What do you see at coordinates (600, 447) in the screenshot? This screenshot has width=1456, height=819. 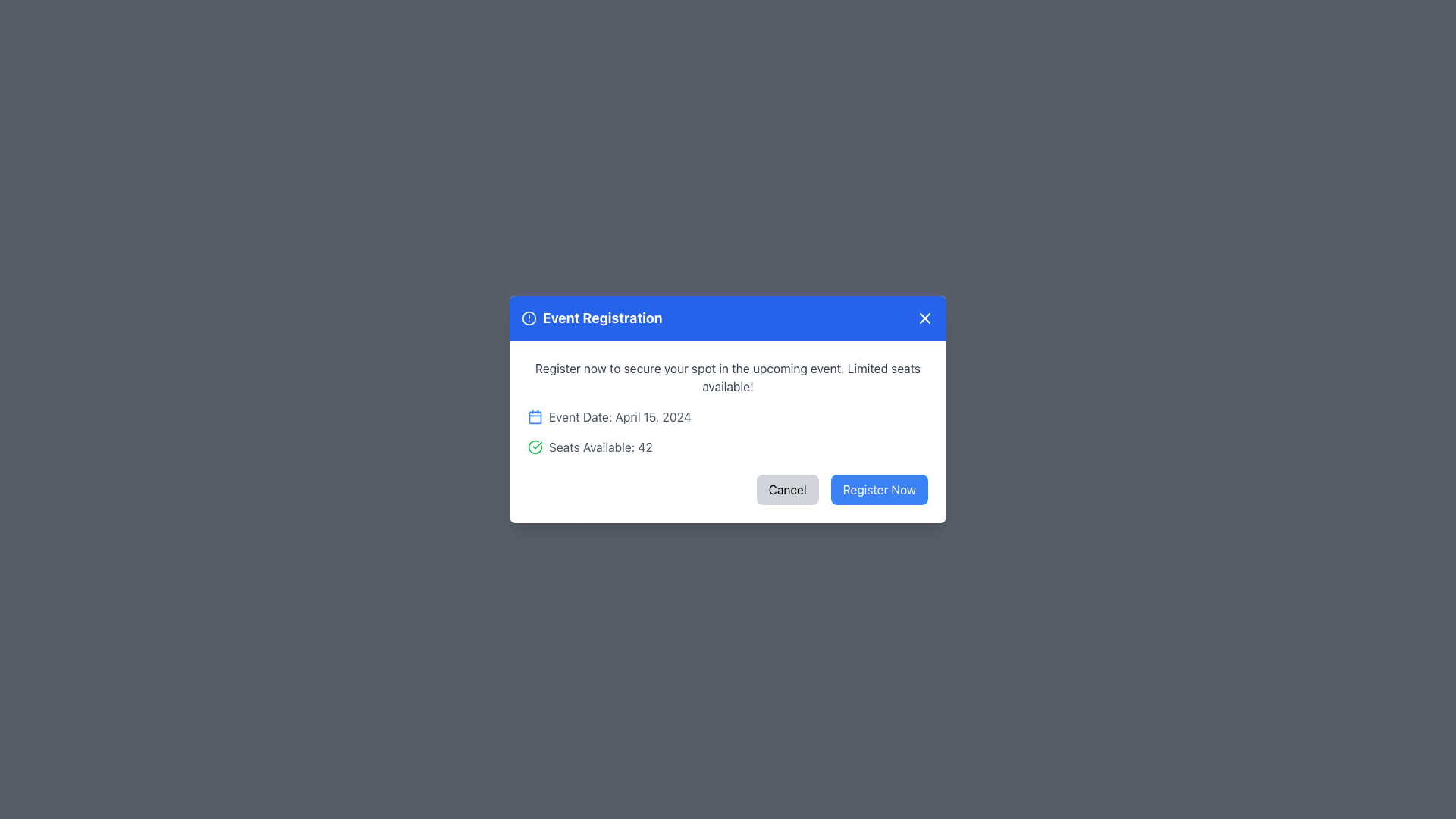 I see `the Text Label that indicates the number of available seats for the event within the 'Event Registration' modal dialog to trigger a UI reaction` at bounding box center [600, 447].